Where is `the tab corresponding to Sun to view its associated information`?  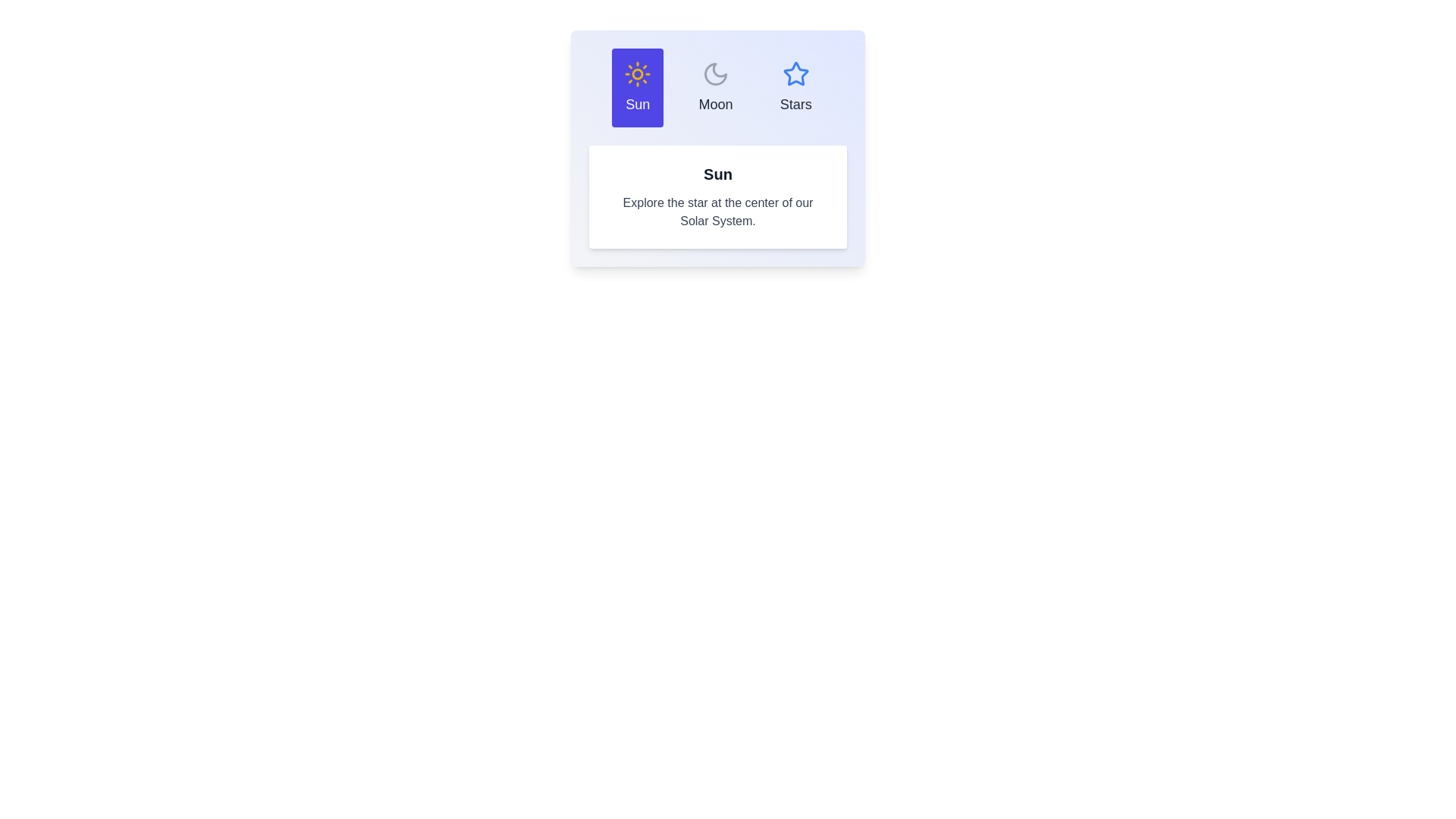
the tab corresponding to Sun to view its associated information is located at coordinates (638, 87).